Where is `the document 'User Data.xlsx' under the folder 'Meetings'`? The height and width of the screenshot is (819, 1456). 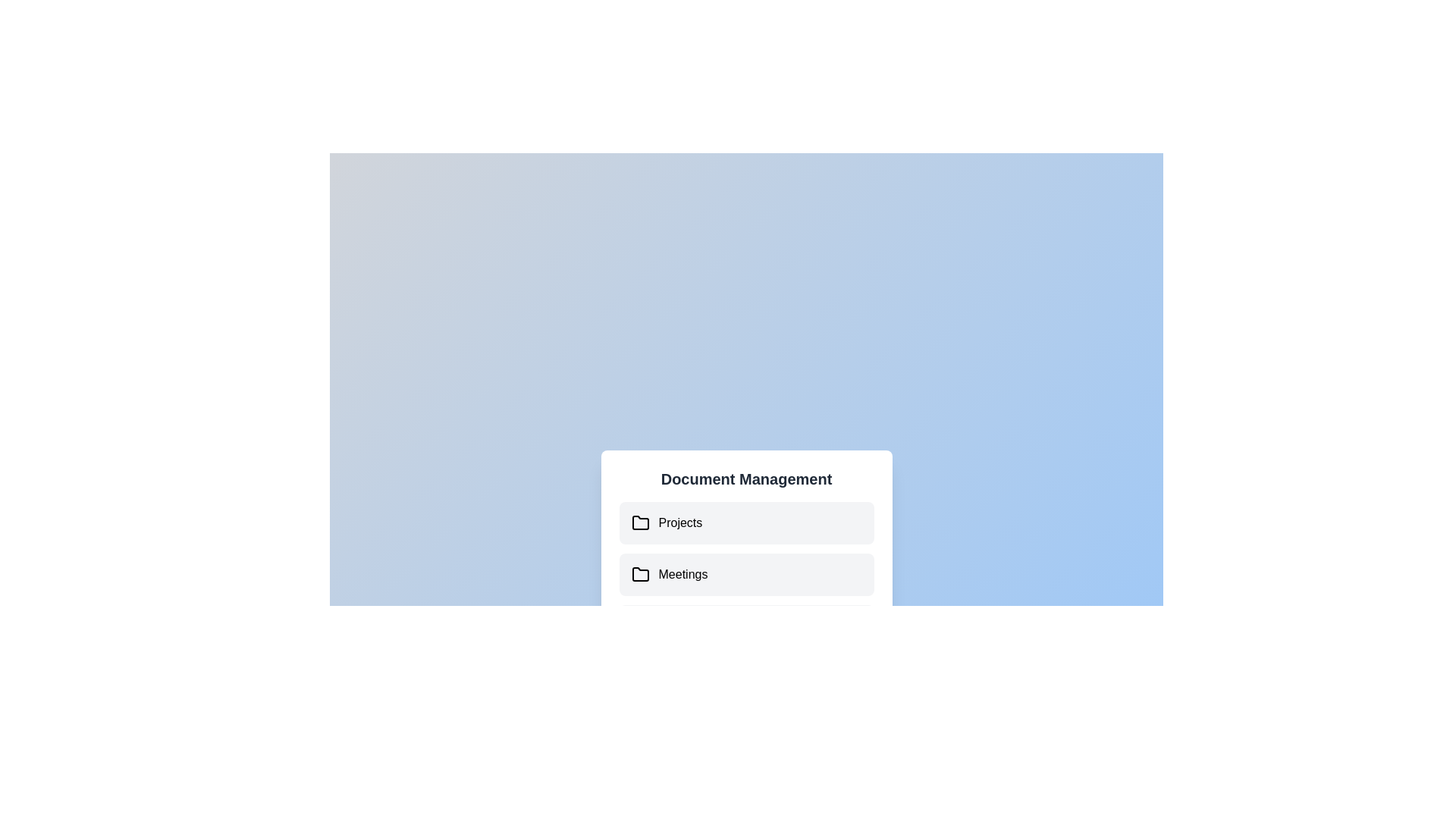 the document 'User Data.xlsx' under the folder 'Meetings' is located at coordinates (746, 575).